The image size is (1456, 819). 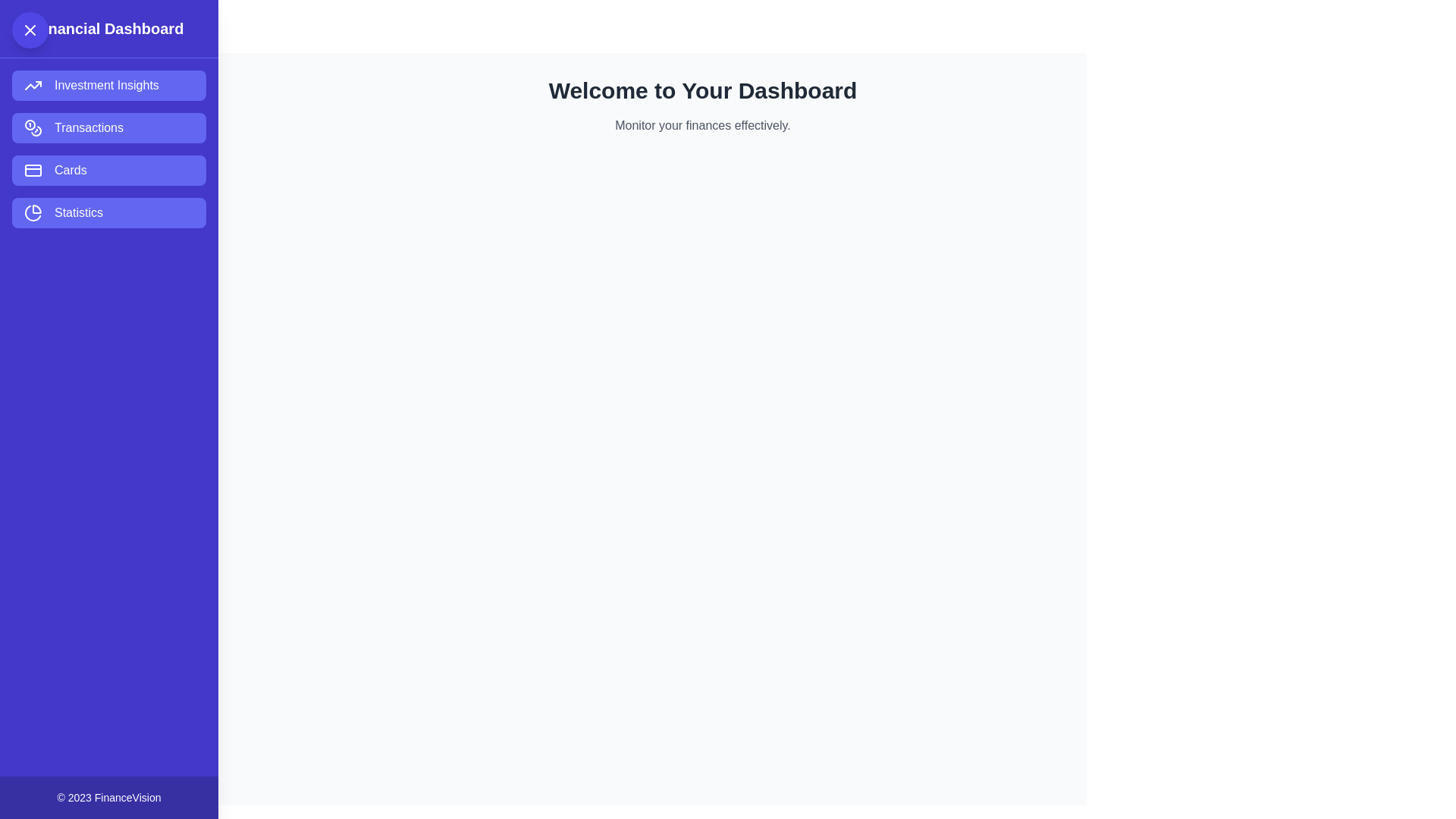 I want to click on the small rectangular graphical component with rounded corners located inside the 'Cards' navigation button in the left sidebar, positioned at the center of the icon, so click(x=33, y=170).